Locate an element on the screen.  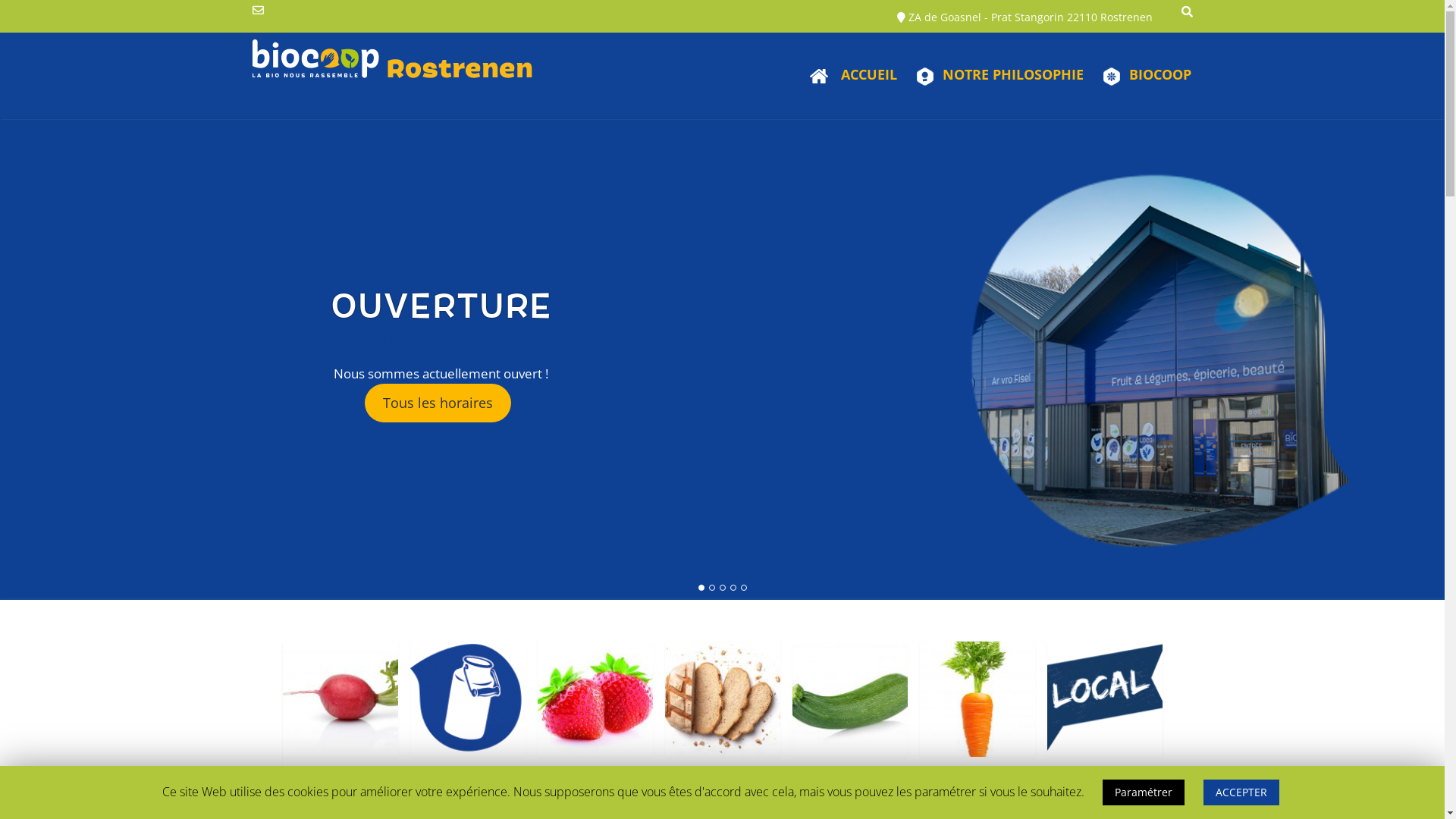
'2' is located at coordinates (711, 585).